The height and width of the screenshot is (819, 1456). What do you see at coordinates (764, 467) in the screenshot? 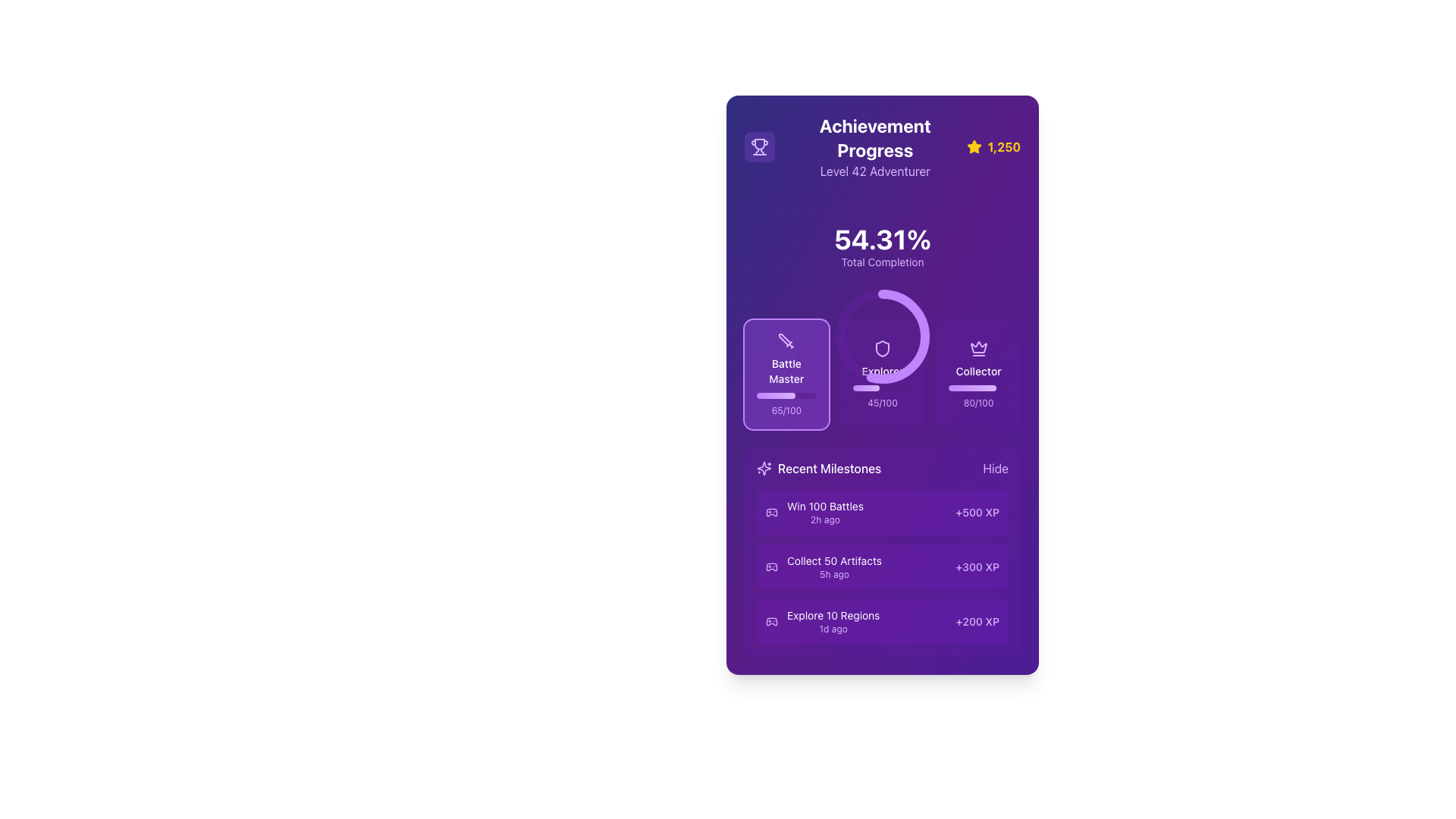
I see `the decorative SVG icon located at the top-left of the 'Recent Milestones' section, which is centrally aligned with the 'Recent Milestones' heading` at bounding box center [764, 467].